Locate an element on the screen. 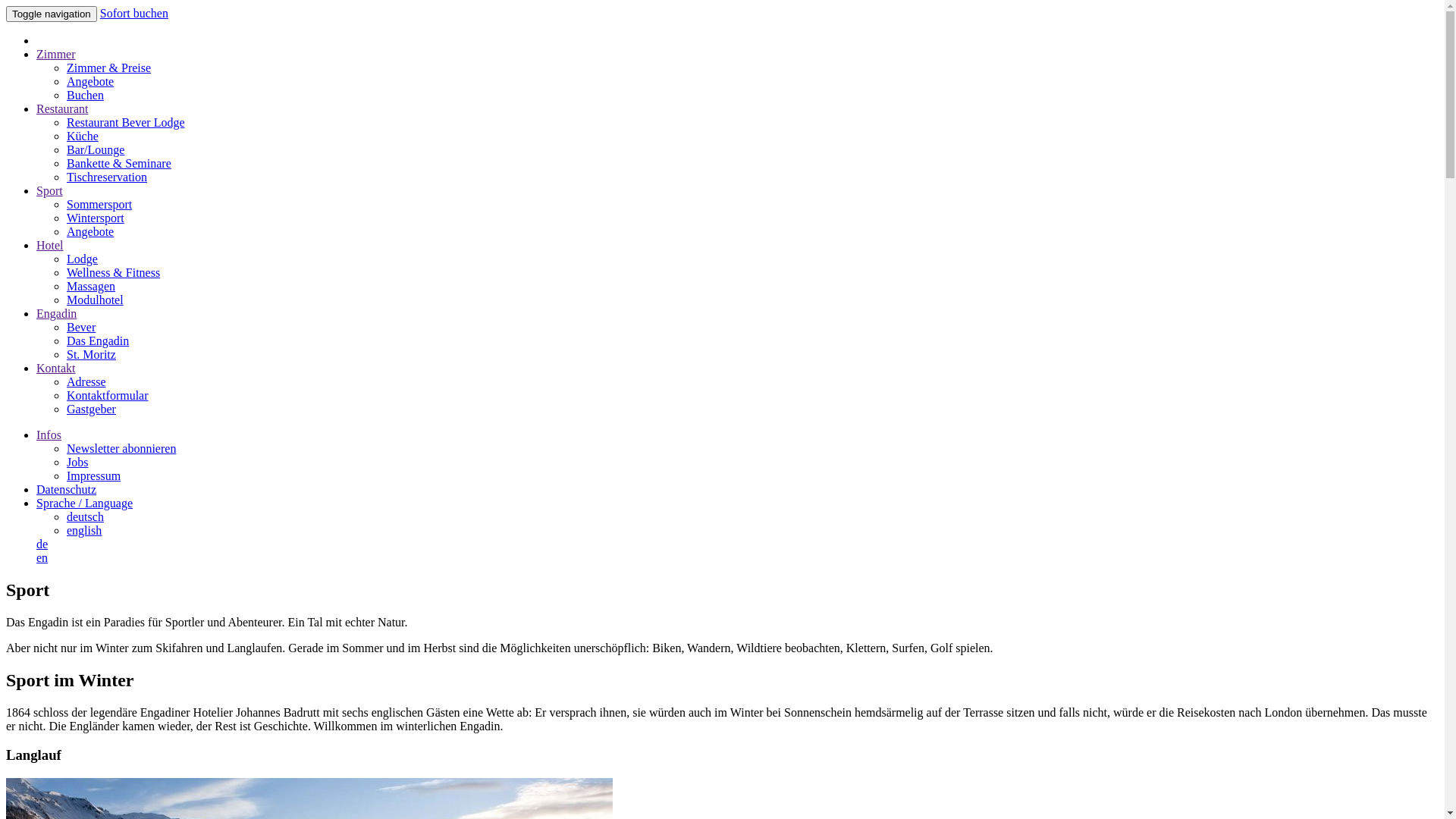 The width and height of the screenshot is (1456, 819). 'Modulhotel' is located at coordinates (94, 300).